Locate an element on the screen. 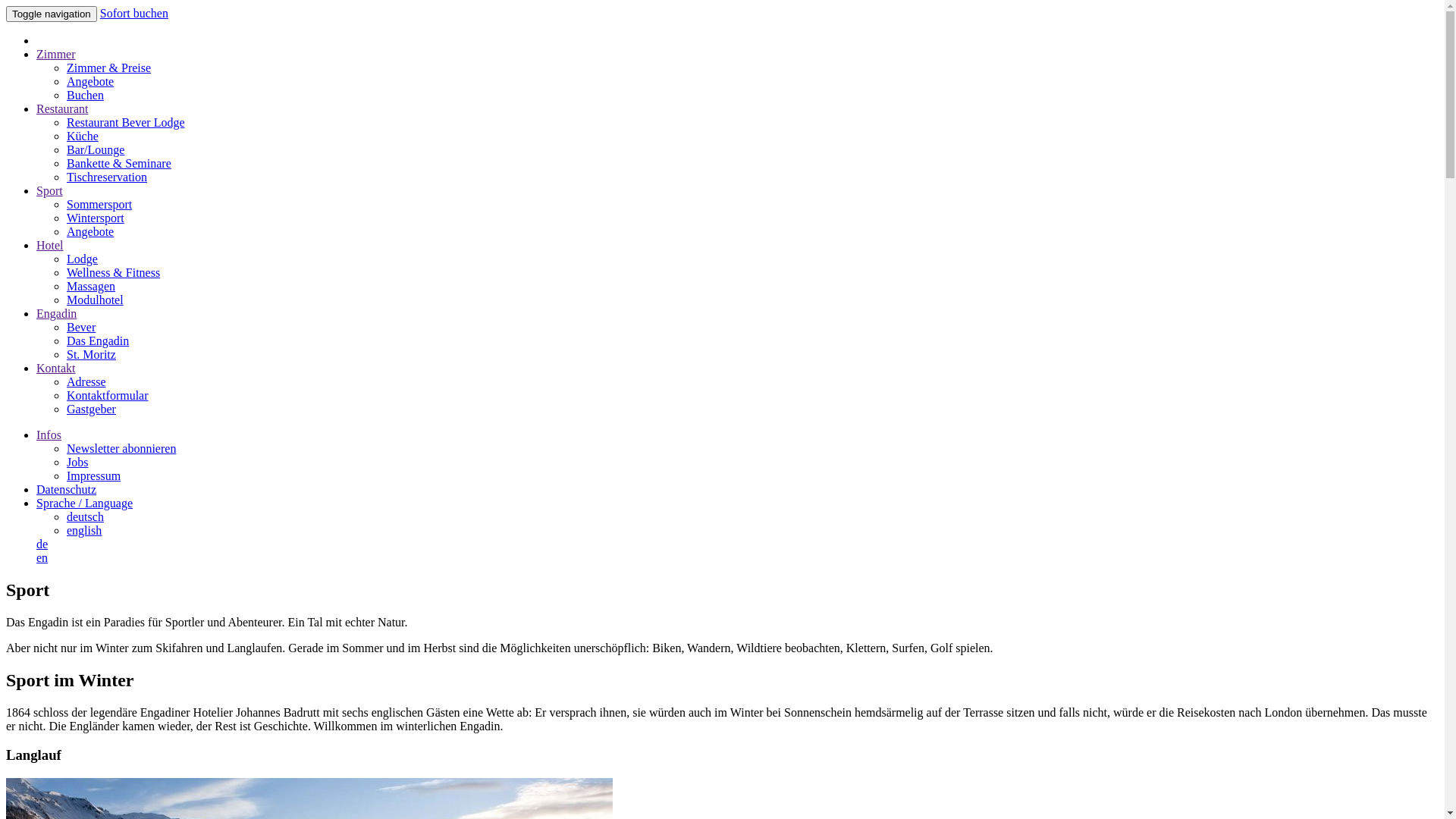 The width and height of the screenshot is (1456, 819). 'Modulhotel' is located at coordinates (94, 300).